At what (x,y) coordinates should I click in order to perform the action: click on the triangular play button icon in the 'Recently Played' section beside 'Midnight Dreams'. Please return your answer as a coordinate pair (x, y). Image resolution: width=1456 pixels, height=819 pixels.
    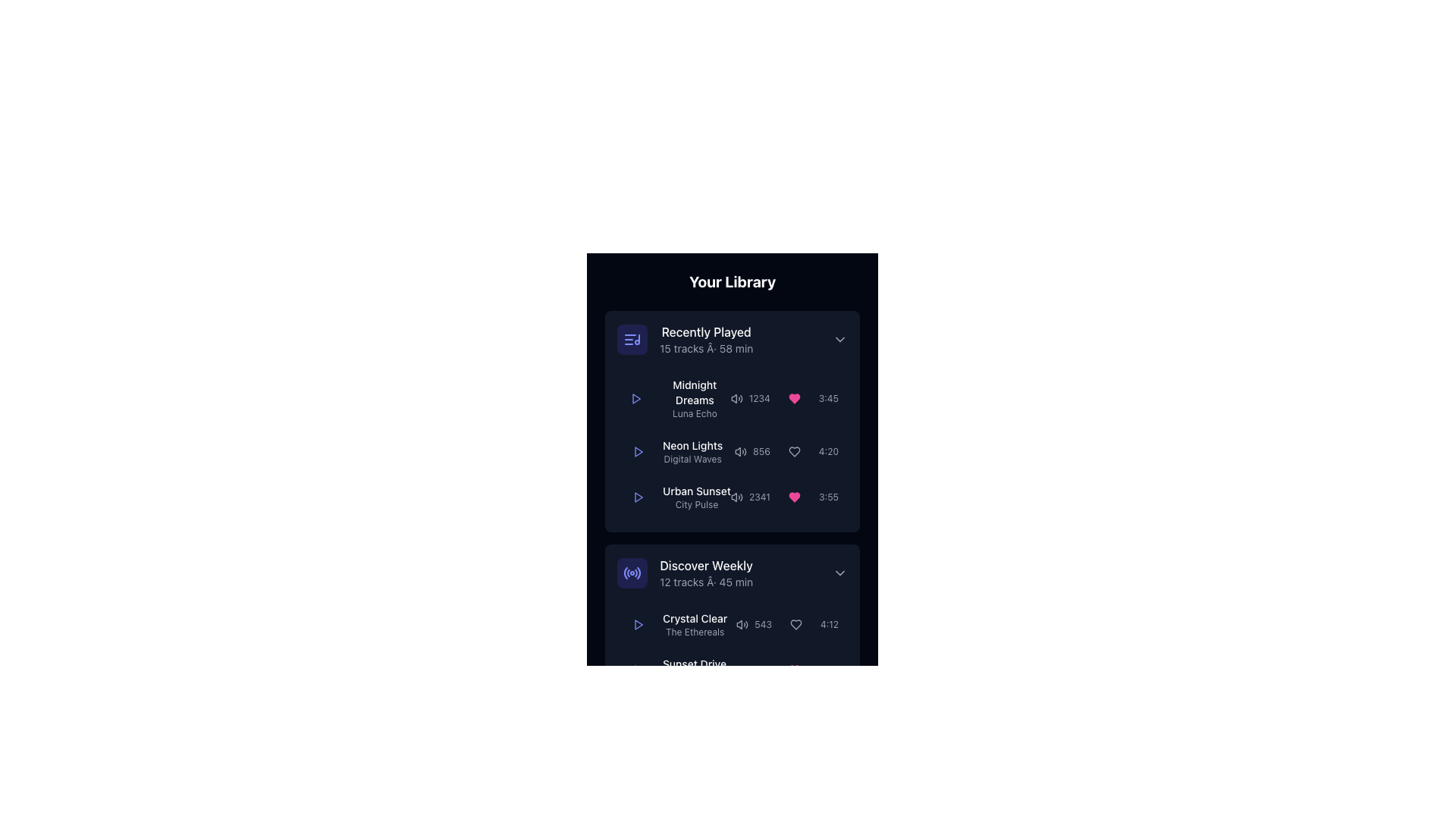
    Looking at the image, I should click on (636, 397).